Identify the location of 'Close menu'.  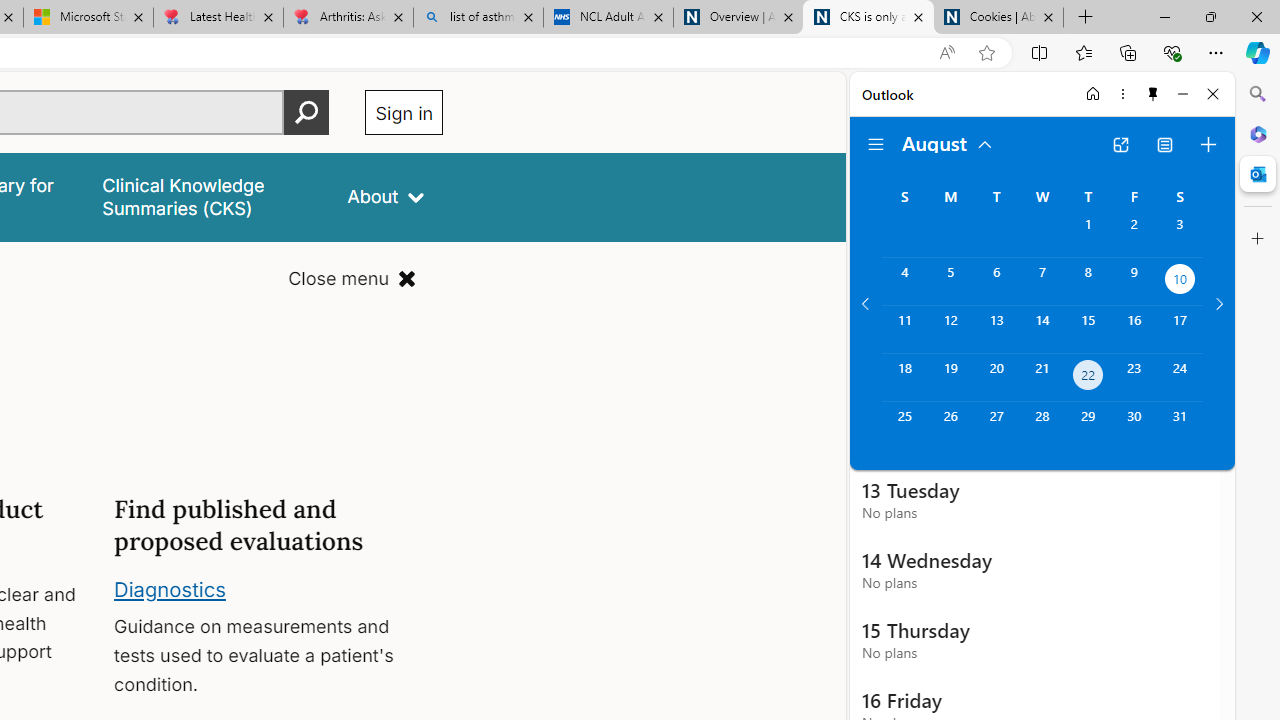
(352, 279).